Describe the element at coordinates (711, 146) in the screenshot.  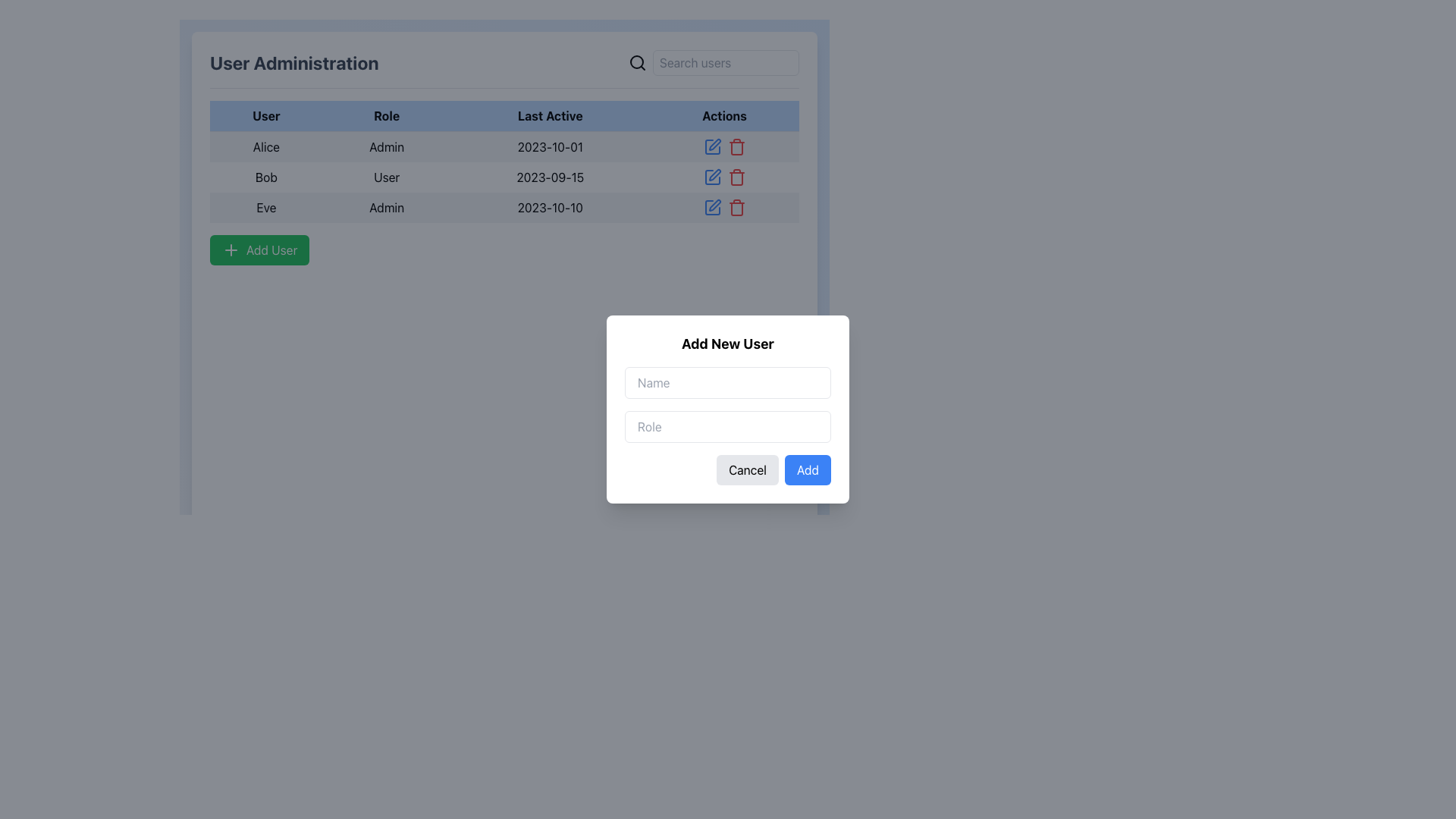
I see `the blue edit icon button in the Actions column of the first row of the user management table` at that location.